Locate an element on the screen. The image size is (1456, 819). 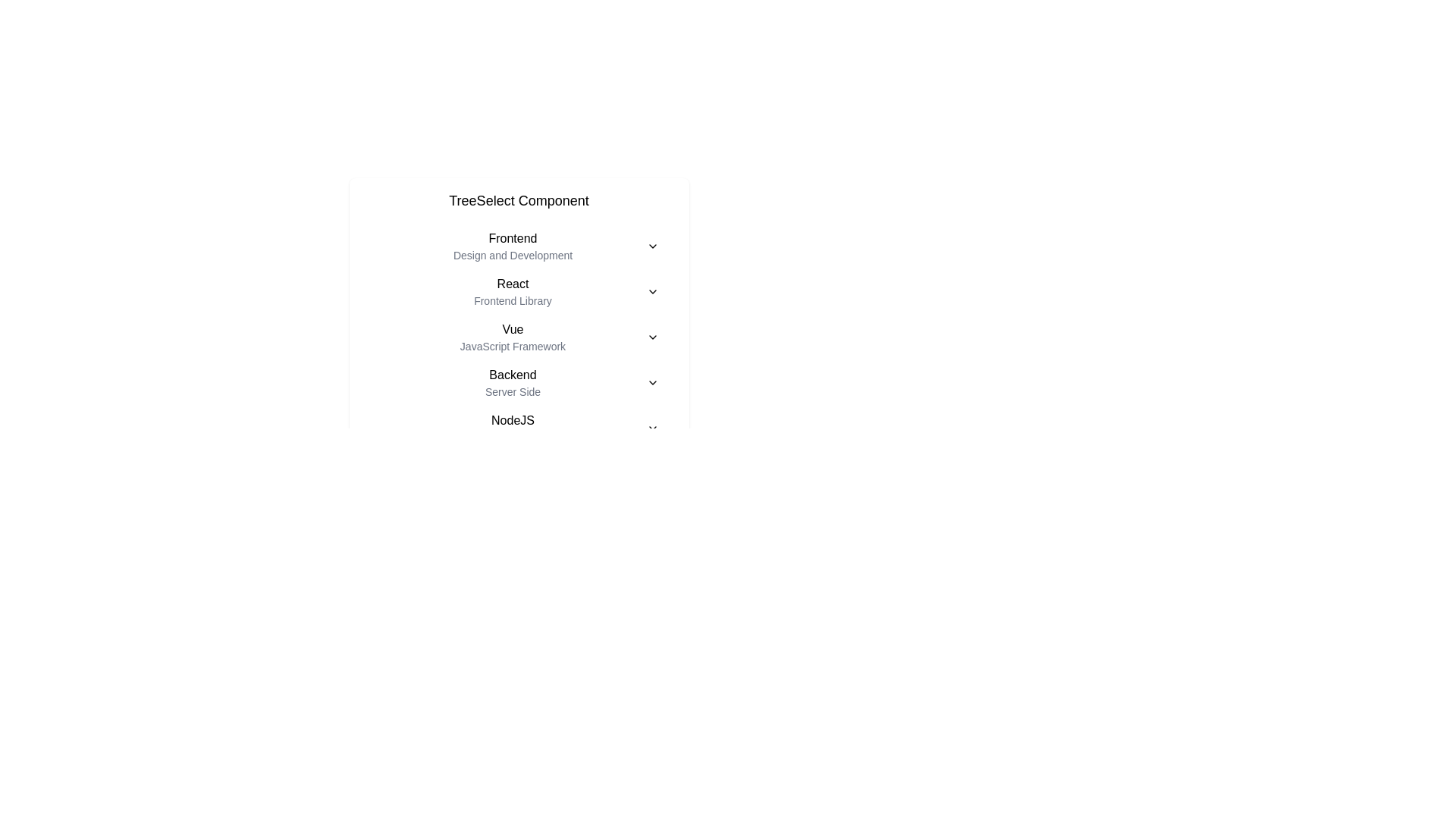
the Text Label that provides additional information about the 'Frontend' section, which is located directly under the 'Frontend' header in a tree-like interface is located at coordinates (513, 254).